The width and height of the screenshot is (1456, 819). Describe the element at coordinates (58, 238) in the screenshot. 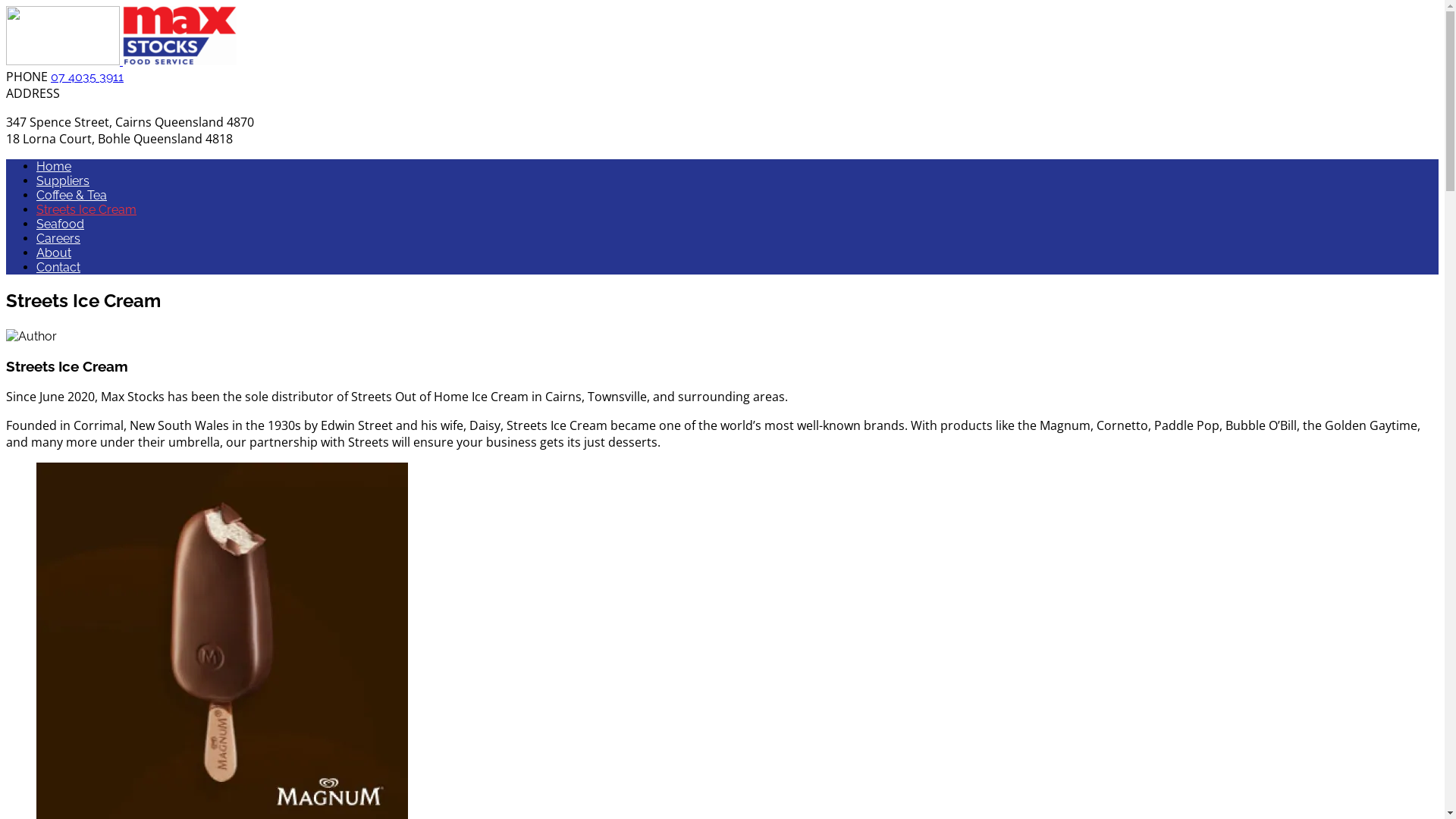

I see `'Careers'` at that location.